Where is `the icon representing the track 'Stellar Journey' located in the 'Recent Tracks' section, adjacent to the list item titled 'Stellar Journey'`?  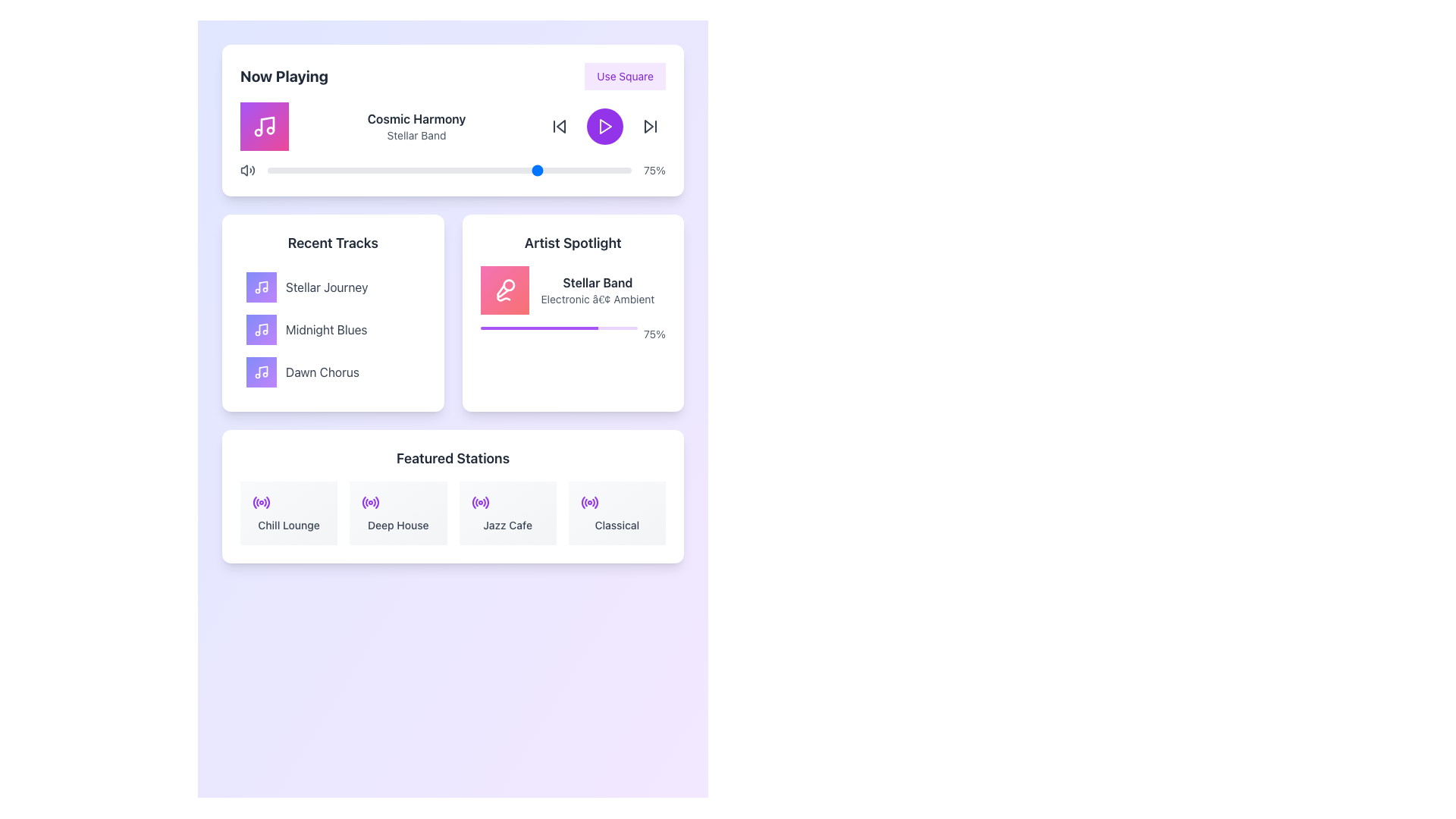 the icon representing the track 'Stellar Journey' located in the 'Recent Tracks' section, adjacent to the list item titled 'Stellar Journey' is located at coordinates (262, 287).